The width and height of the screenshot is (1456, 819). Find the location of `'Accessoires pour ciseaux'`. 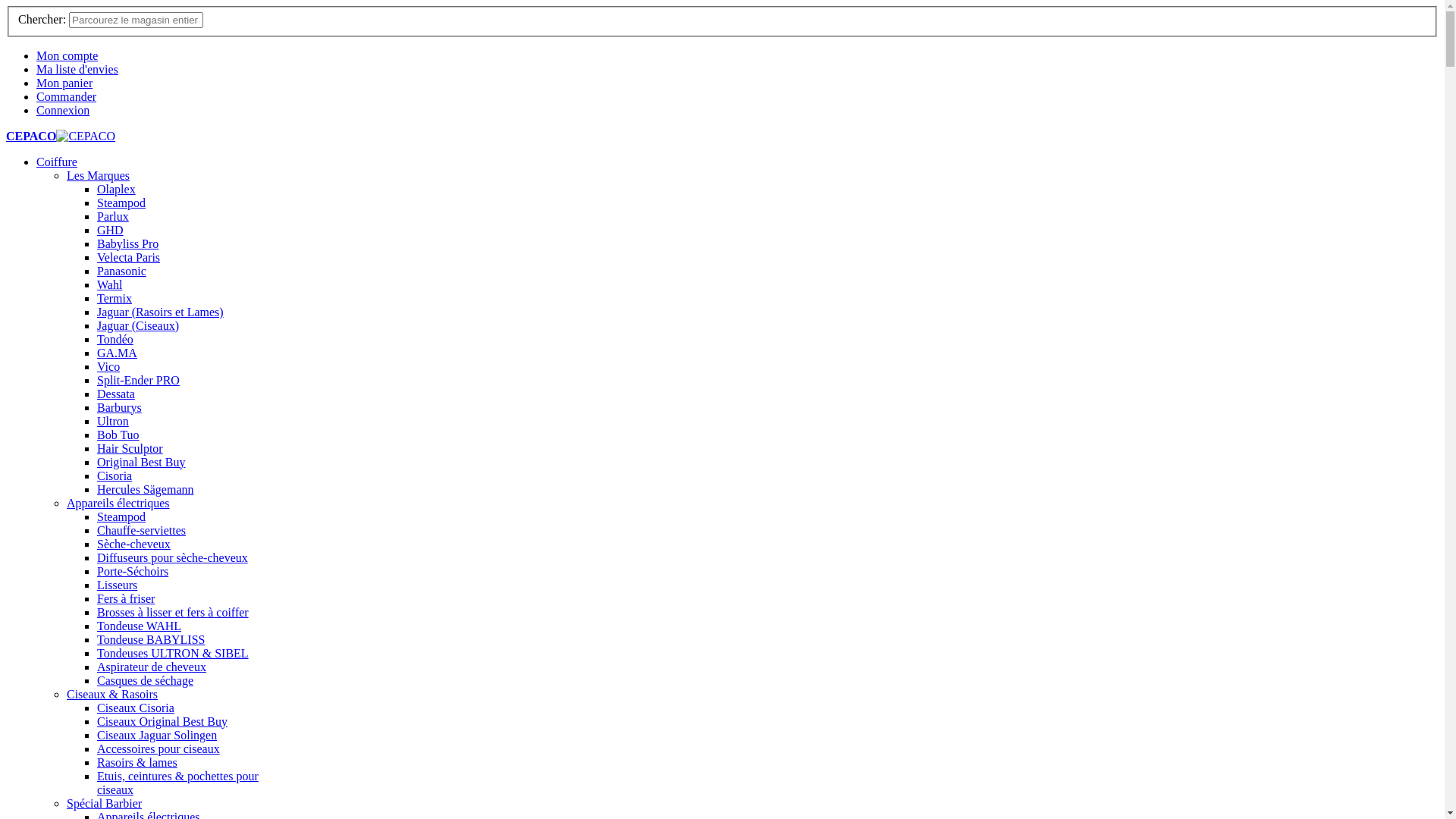

'Accessoires pour ciseaux' is located at coordinates (158, 748).